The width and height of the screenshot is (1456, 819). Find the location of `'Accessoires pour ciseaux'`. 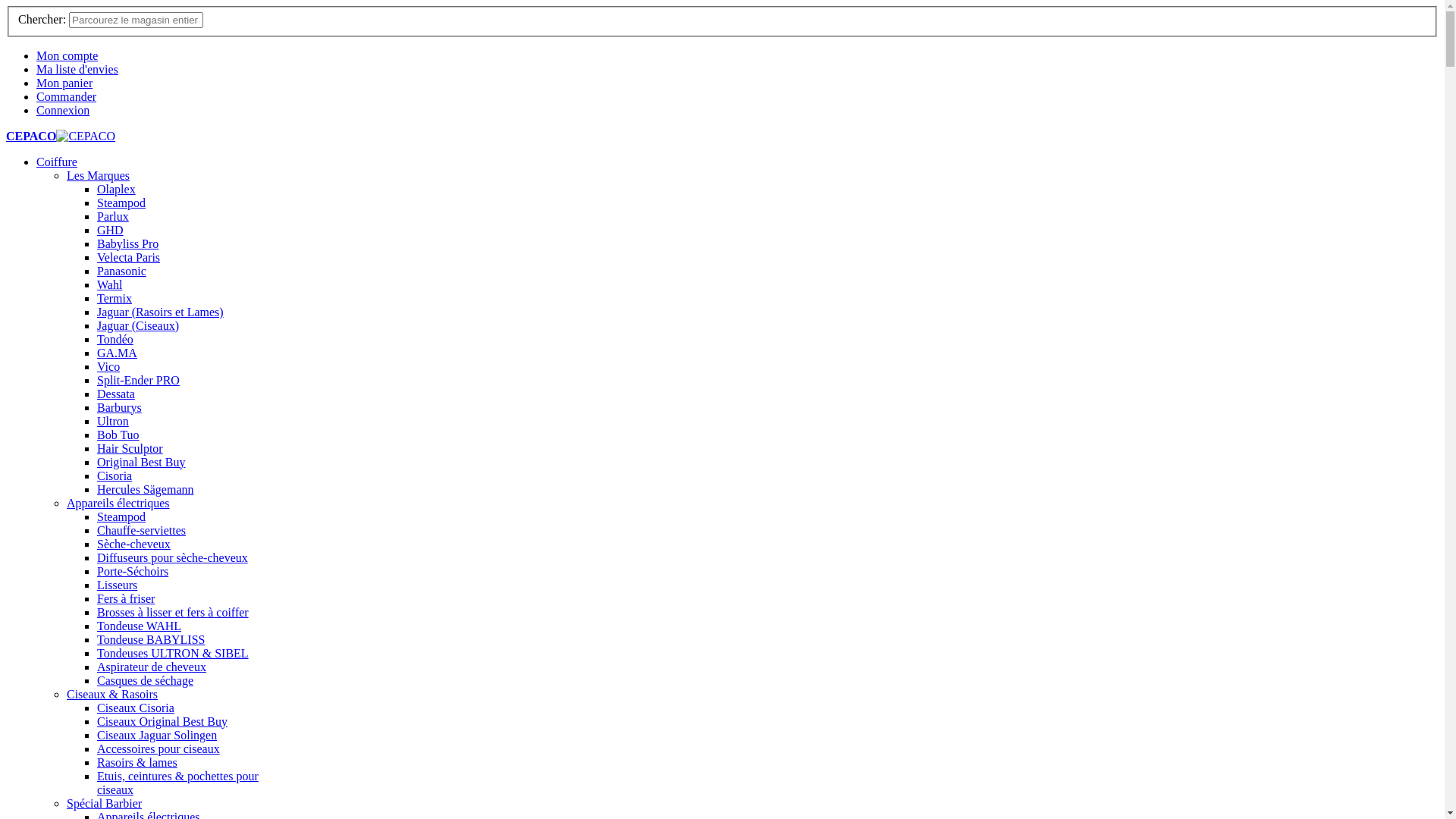

'Accessoires pour ciseaux' is located at coordinates (158, 748).